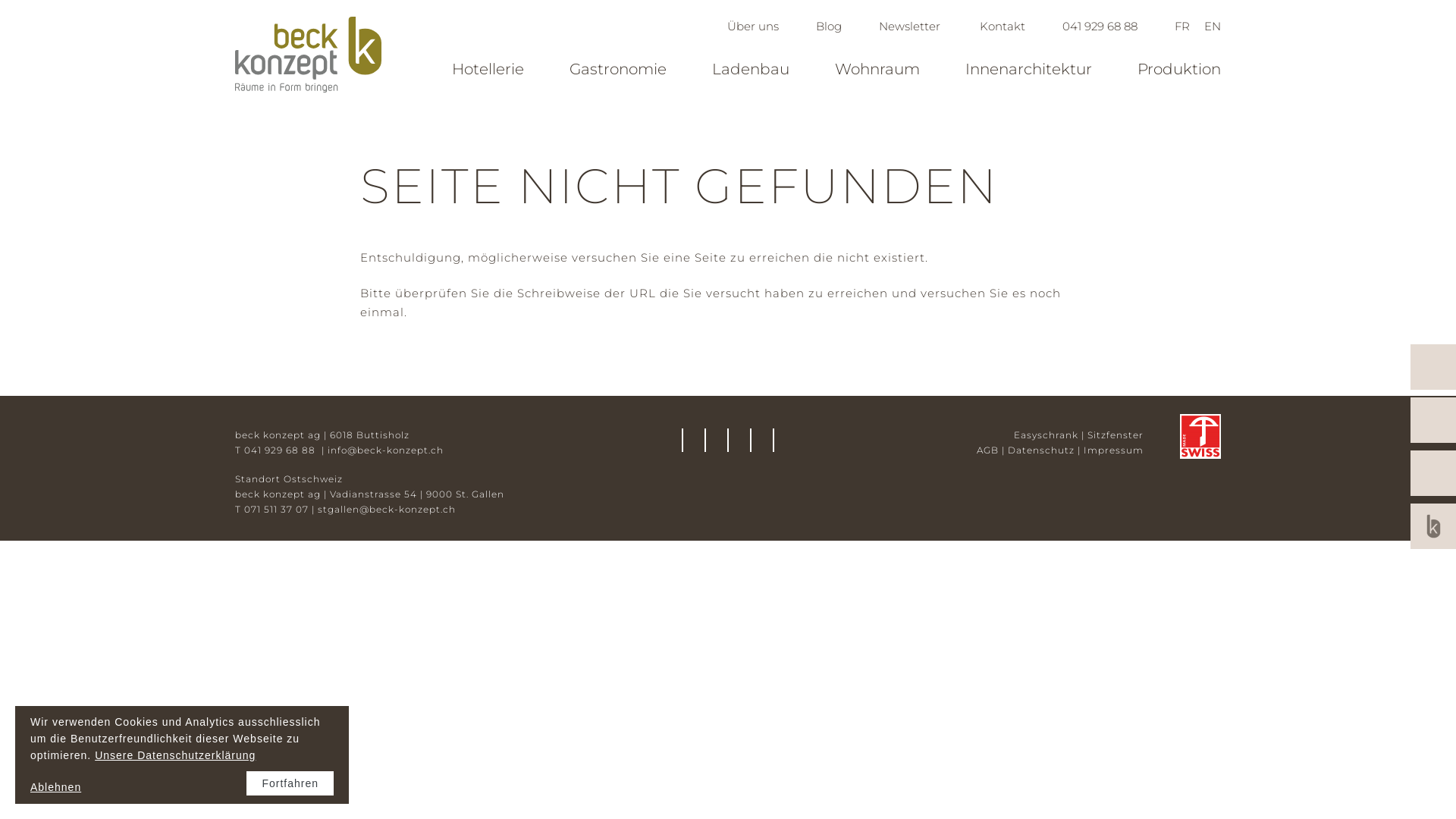 This screenshot has height=819, width=1456. What do you see at coordinates (750, 69) in the screenshot?
I see `'Ladenbau'` at bounding box center [750, 69].